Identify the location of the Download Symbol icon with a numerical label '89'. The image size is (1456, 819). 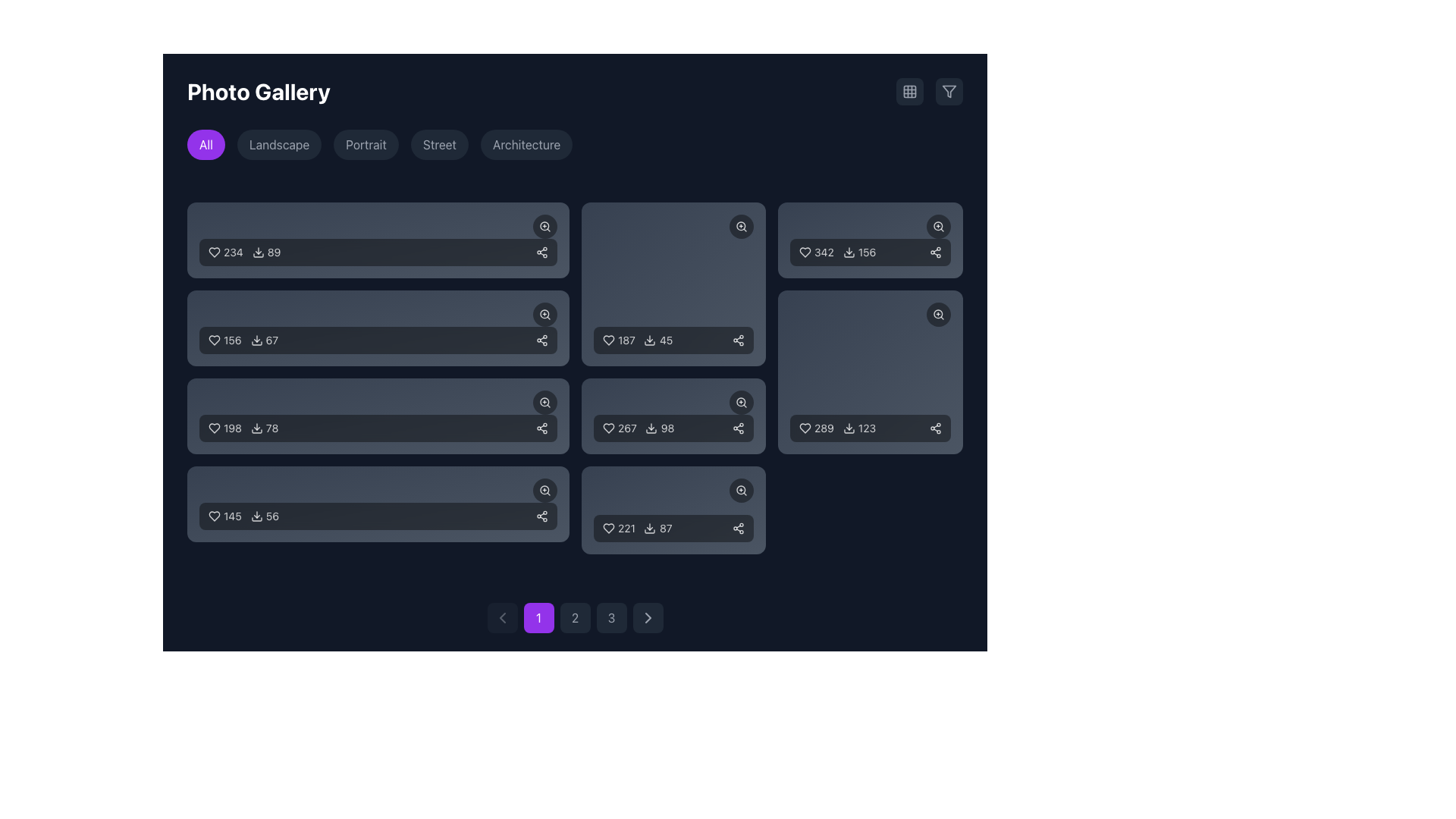
(258, 251).